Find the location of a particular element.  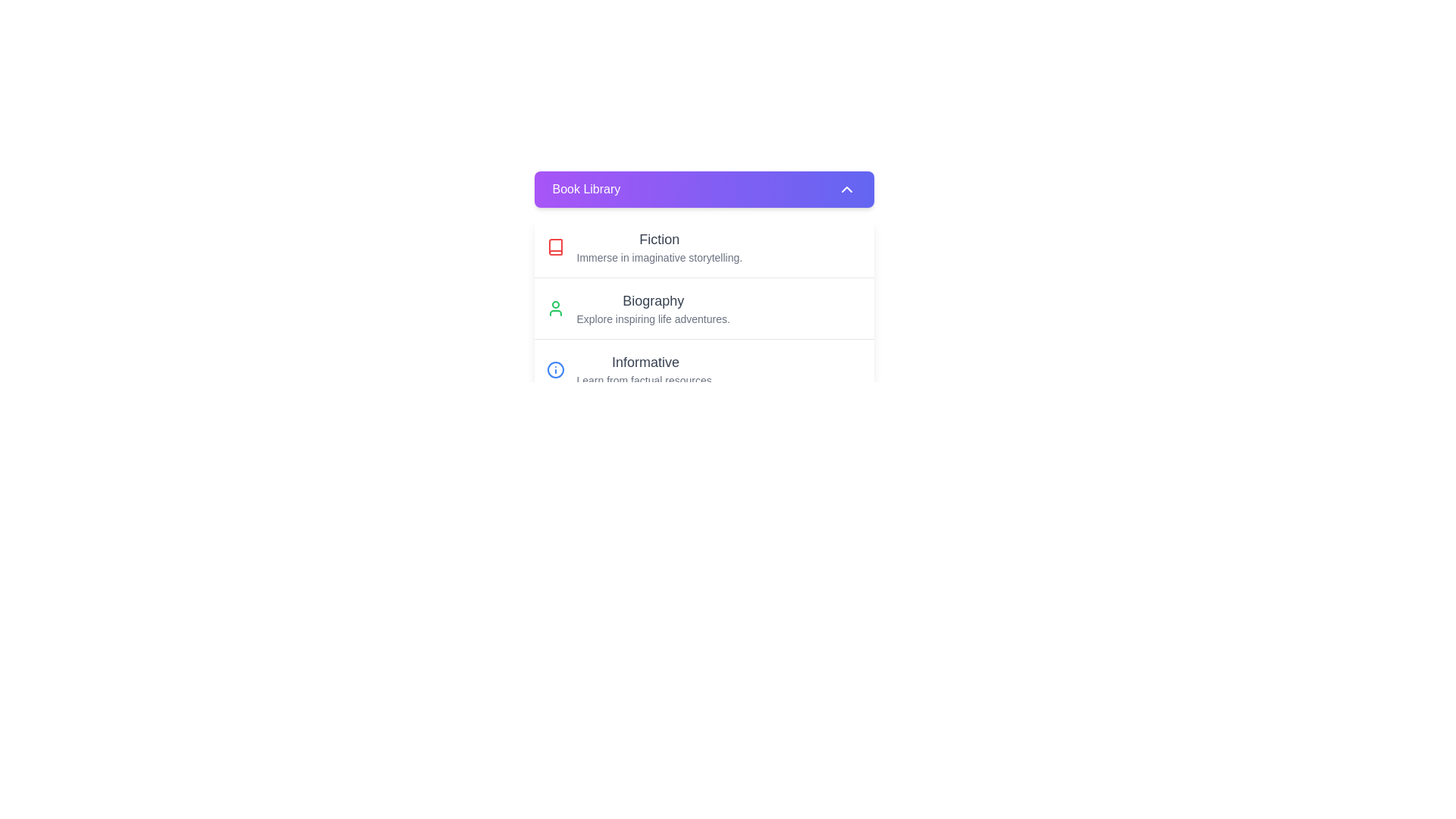

the small red closed book icon located beside the 'Fiction' label in the 'Book Library' section is located at coordinates (554, 246).